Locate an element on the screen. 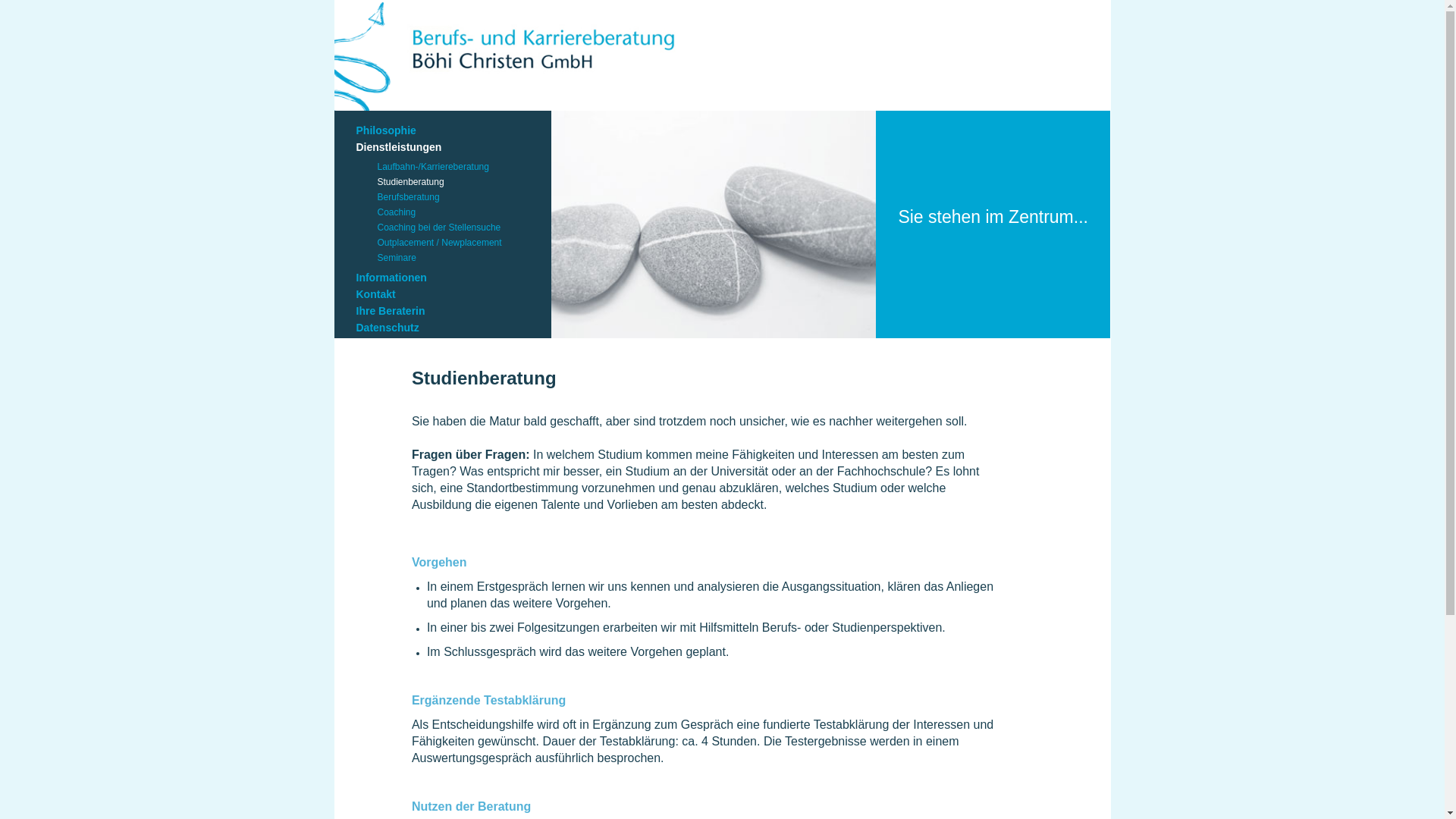 The height and width of the screenshot is (819, 1456). 'Ihre Beraterin' is located at coordinates (348, 309).